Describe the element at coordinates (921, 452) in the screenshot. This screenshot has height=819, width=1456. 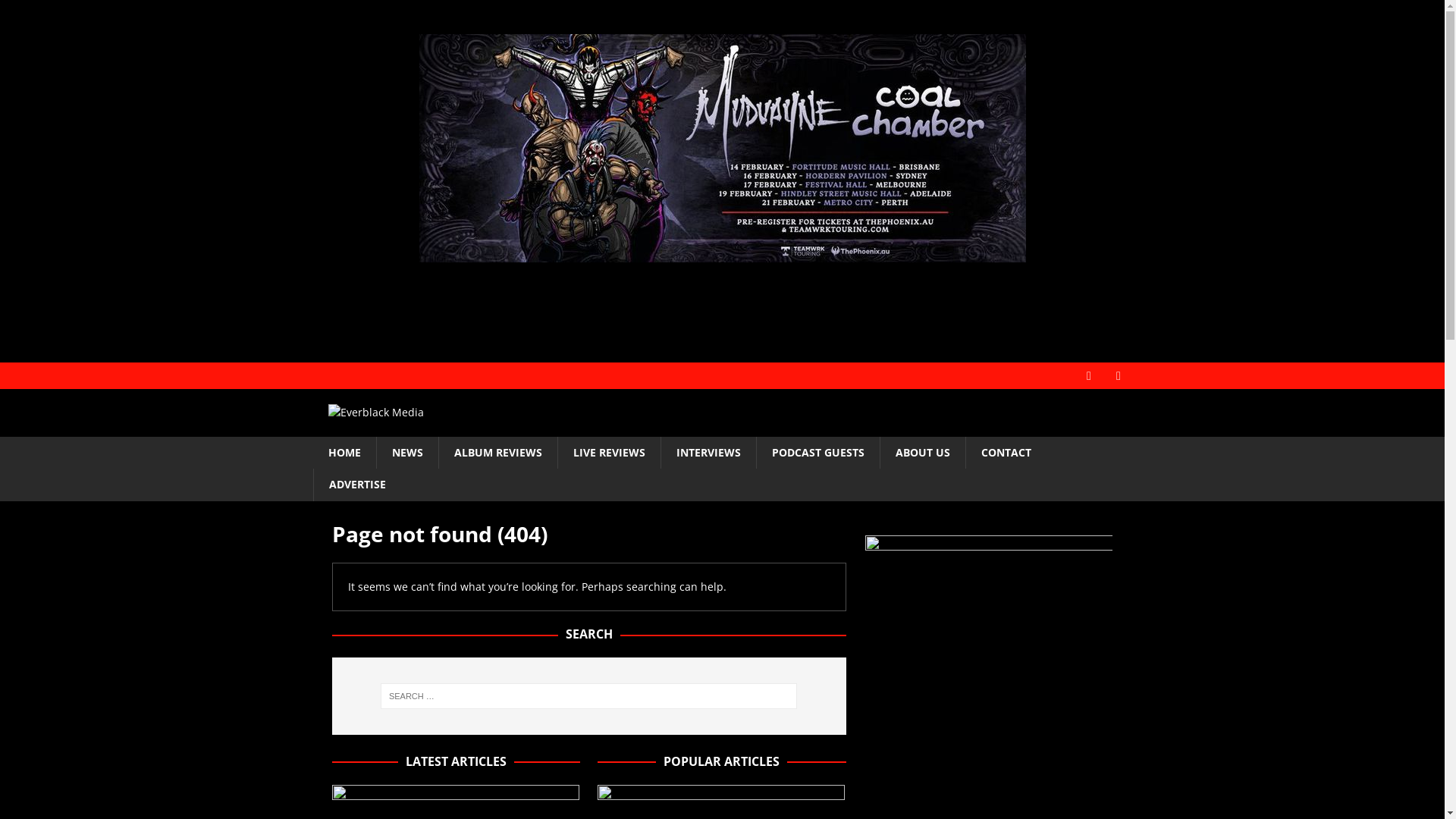
I see `'ABOUT US'` at that location.